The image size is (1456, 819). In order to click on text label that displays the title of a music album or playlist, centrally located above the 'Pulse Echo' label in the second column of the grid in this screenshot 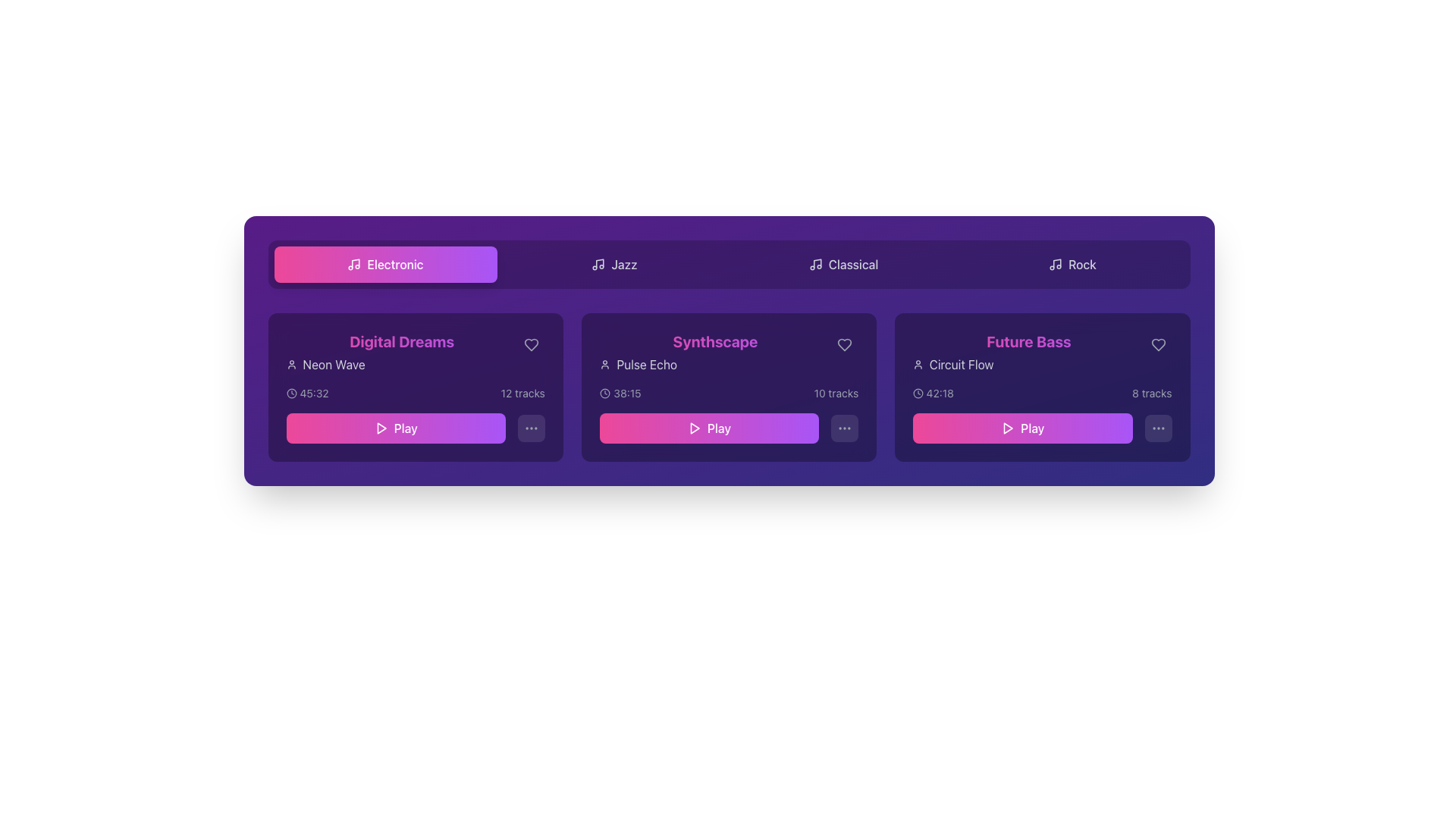, I will do `click(714, 342)`.